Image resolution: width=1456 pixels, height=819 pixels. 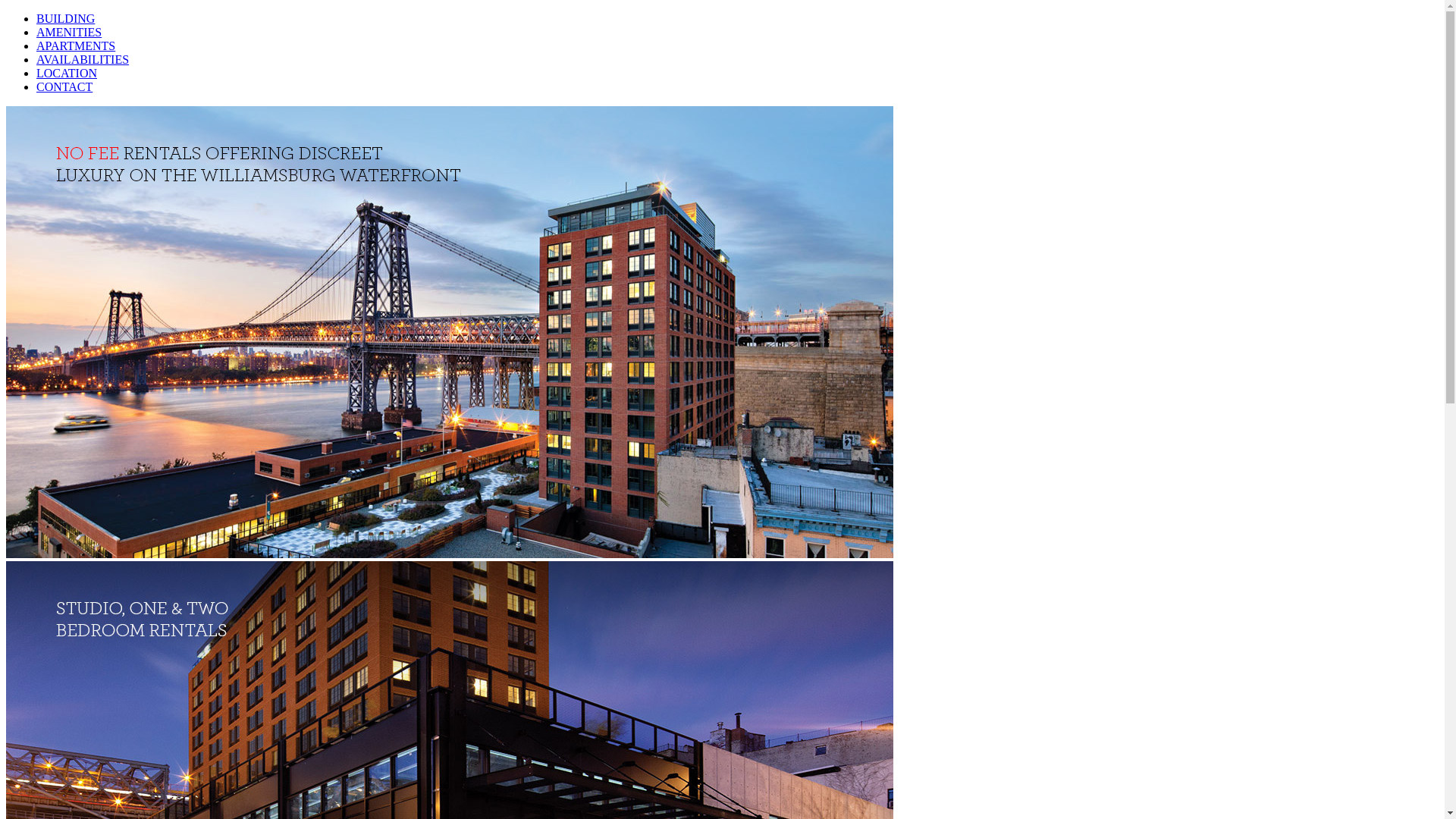 I want to click on 'BUILDING', so click(x=64, y=18).